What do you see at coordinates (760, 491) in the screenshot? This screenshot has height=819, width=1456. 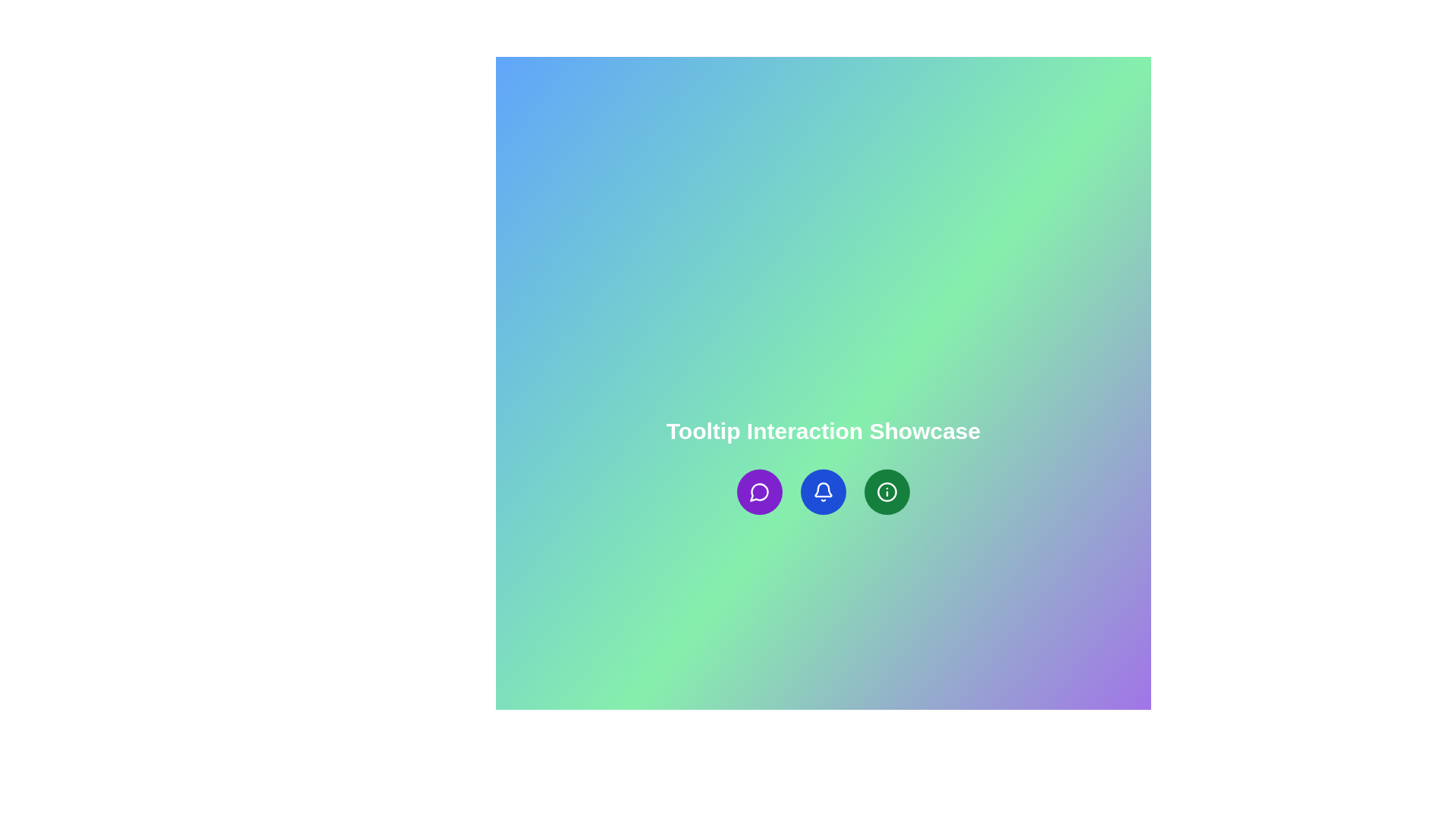 I see `the speech bubble icon button, which is the leftmost circular purple button in the row below 'Tooltip Interaction Showcase'` at bounding box center [760, 491].